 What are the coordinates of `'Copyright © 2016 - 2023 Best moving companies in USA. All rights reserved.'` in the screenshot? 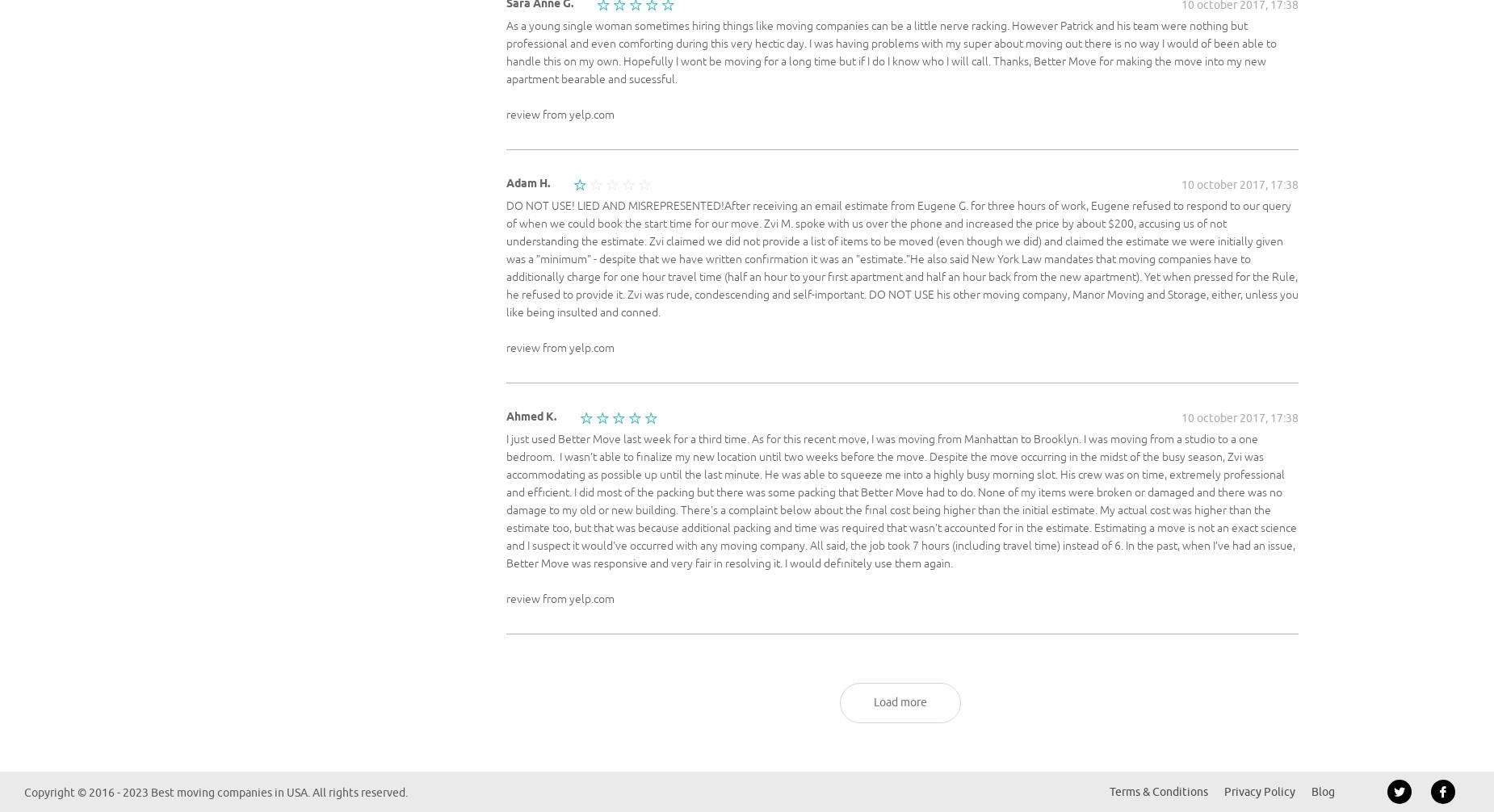 It's located at (215, 791).